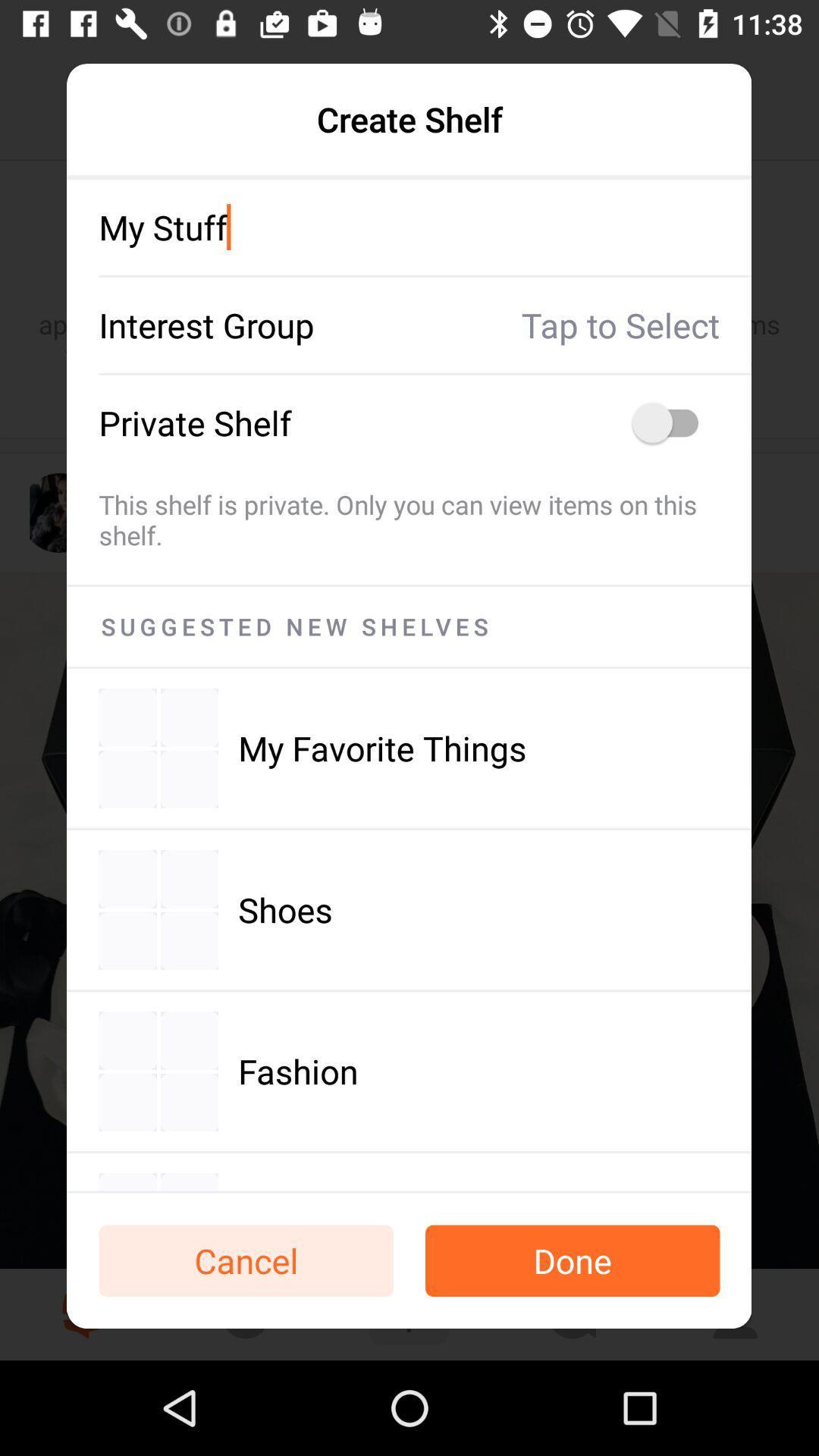 The width and height of the screenshot is (819, 1456). What do you see at coordinates (672, 422) in the screenshot?
I see `enable private` at bounding box center [672, 422].